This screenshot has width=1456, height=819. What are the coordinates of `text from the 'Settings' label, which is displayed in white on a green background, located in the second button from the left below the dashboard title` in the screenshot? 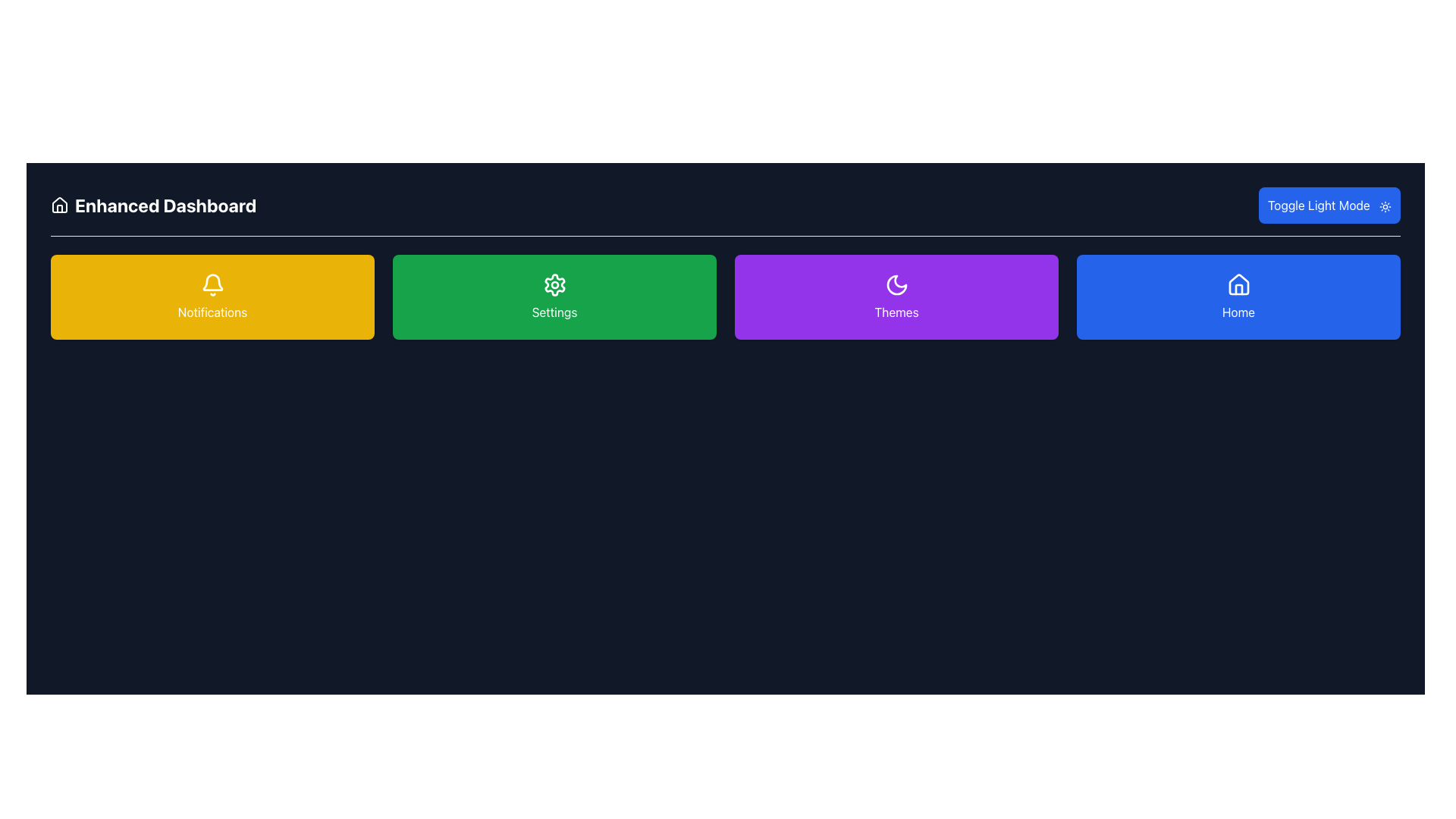 It's located at (554, 312).